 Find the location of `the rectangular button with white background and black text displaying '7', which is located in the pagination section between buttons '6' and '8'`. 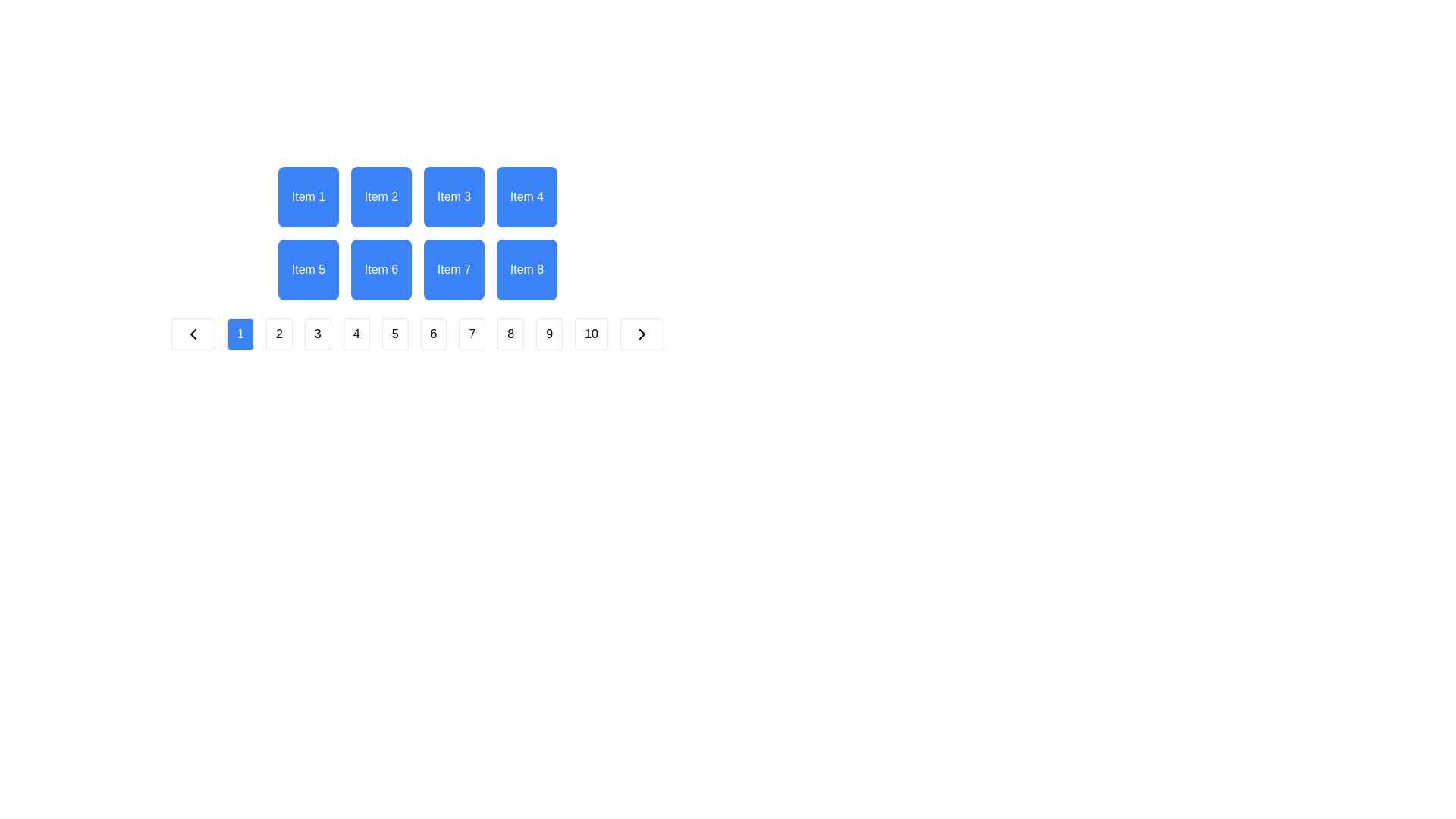

the rectangular button with white background and black text displaying '7', which is located in the pagination section between buttons '6' and '8' is located at coordinates (471, 333).